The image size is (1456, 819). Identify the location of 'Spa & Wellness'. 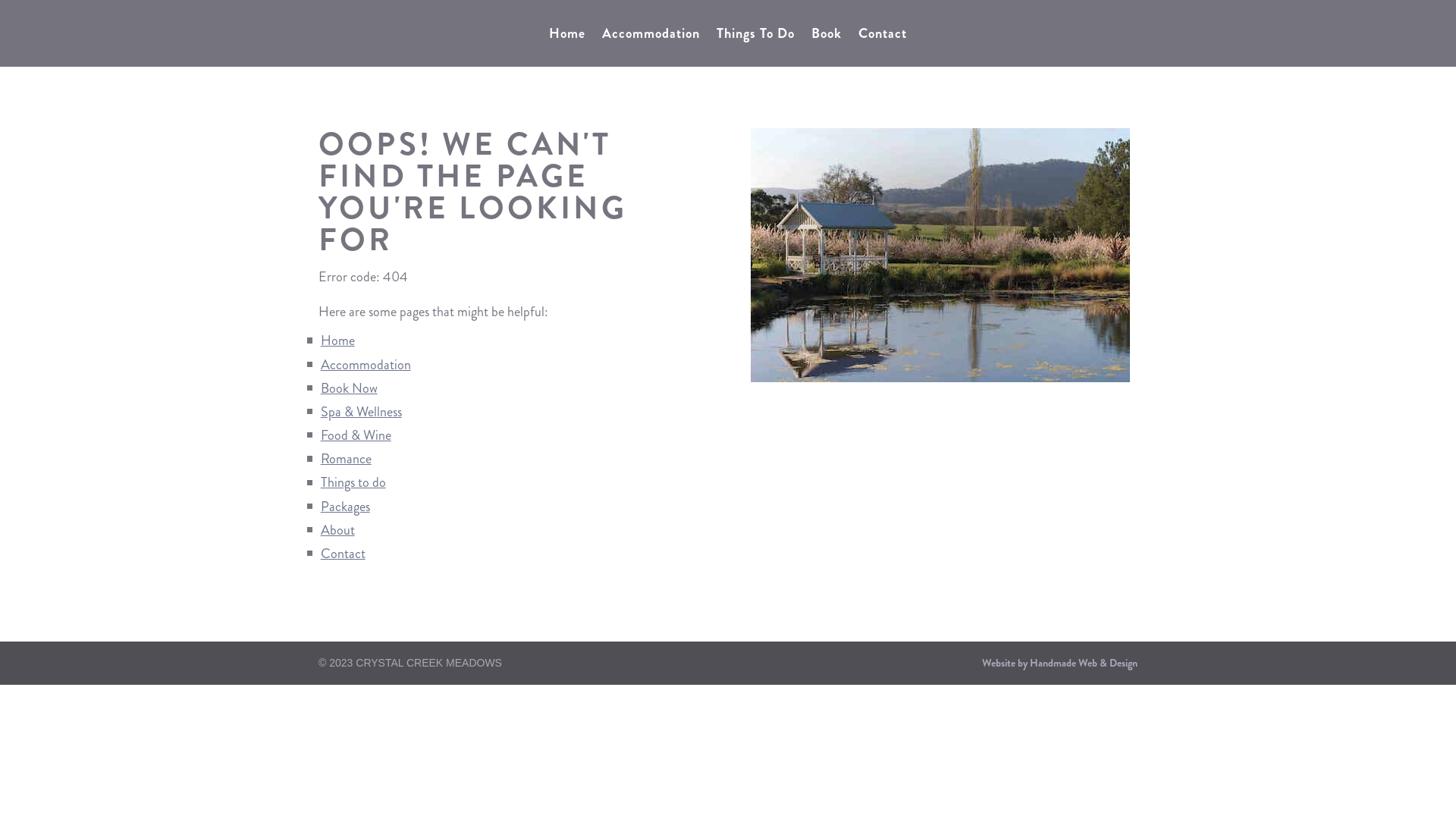
(360, 412).